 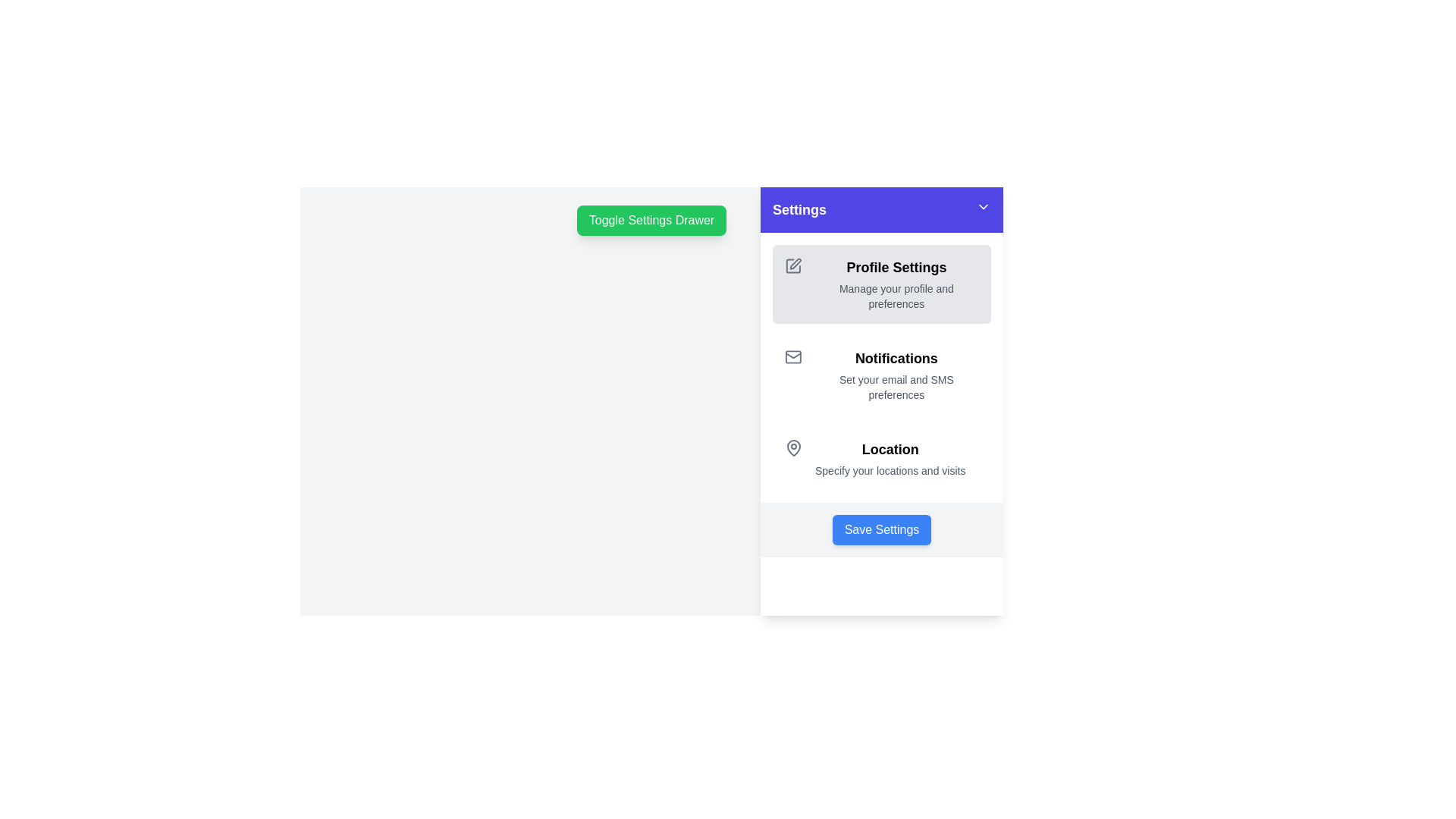 I want to click on the edit icon located in the 'Profile Settings' section of the settings panel, which serves as a visual indicator for editing or modifying purposes, so click(x=795, y=263).